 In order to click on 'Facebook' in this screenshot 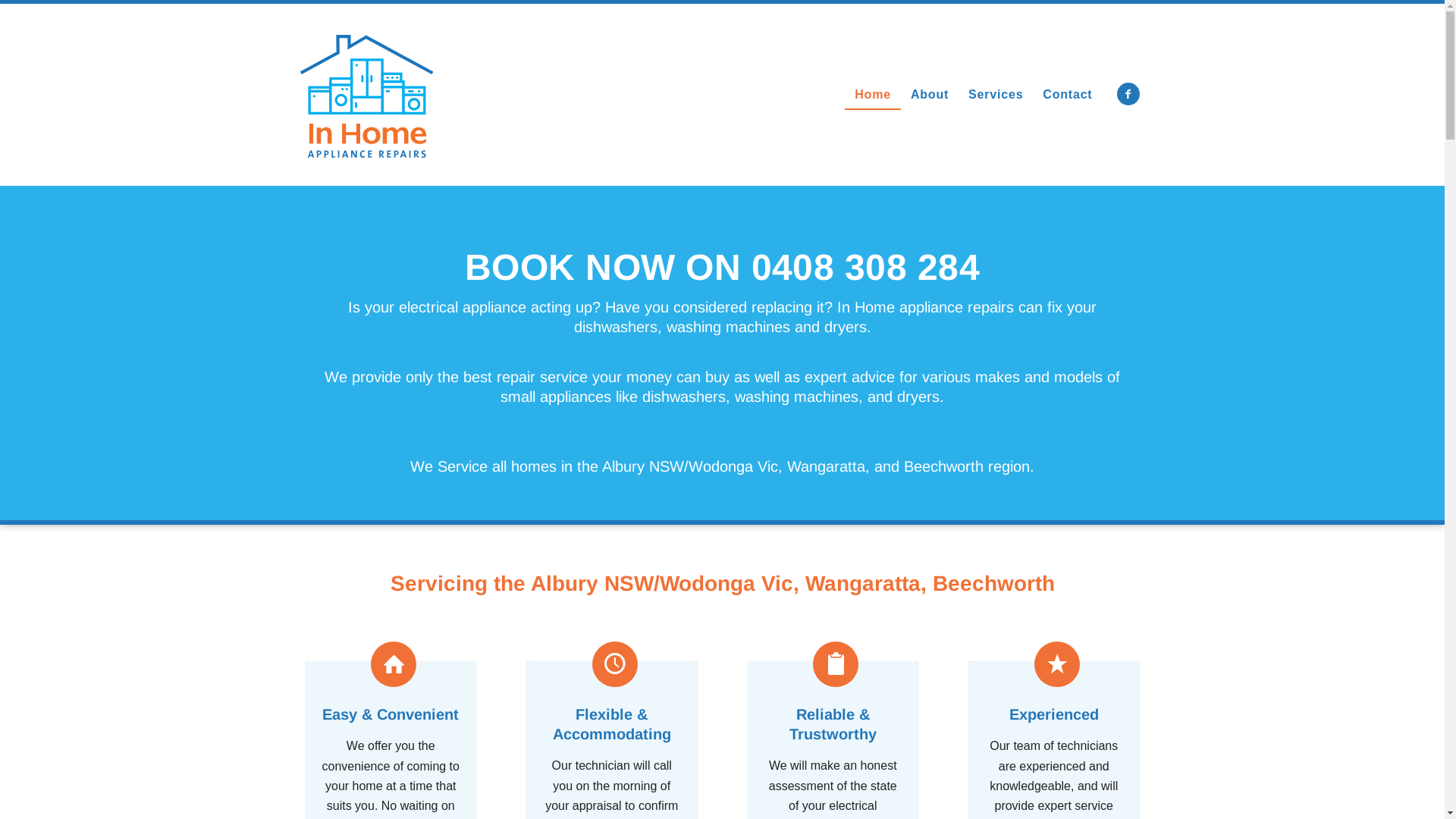, I will do `click(1128, 93)`.